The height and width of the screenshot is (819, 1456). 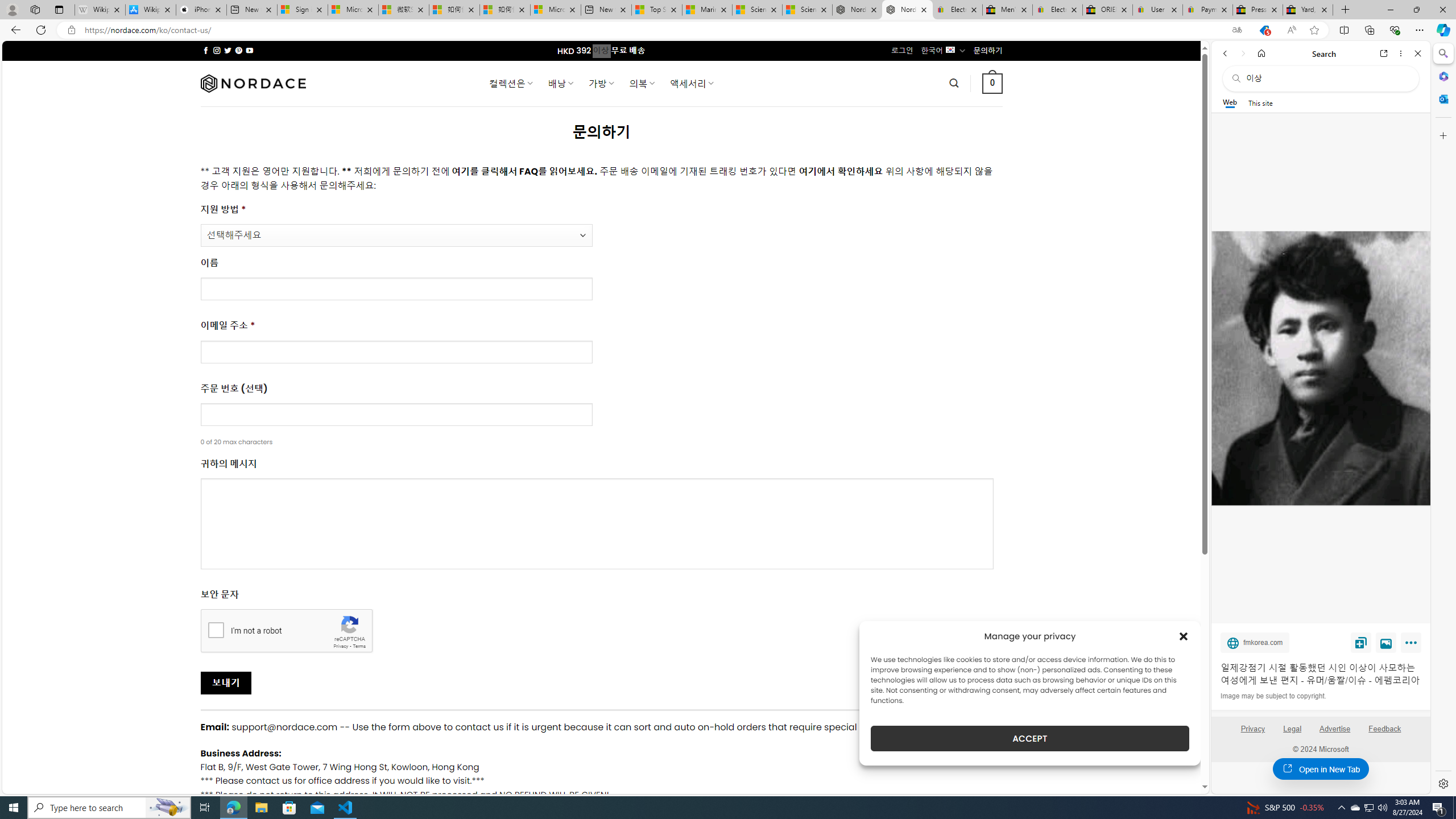 What do you see at coordinates (1321, 768) in the screenshot?
I see `'Open in New Tab'` at bounding box center [1321, 768].